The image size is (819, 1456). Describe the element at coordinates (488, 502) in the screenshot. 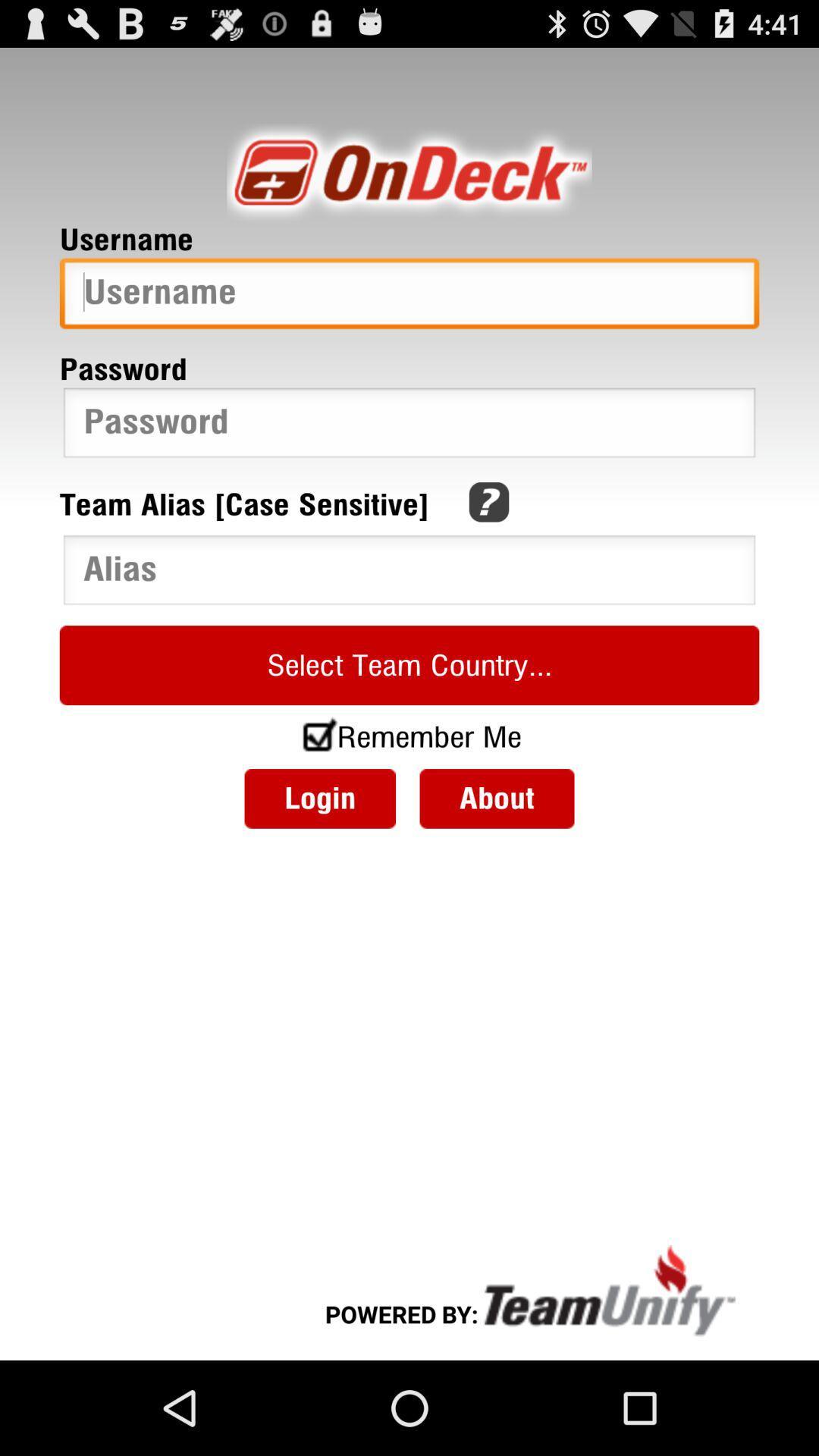

I see `qustine marke` at that location.